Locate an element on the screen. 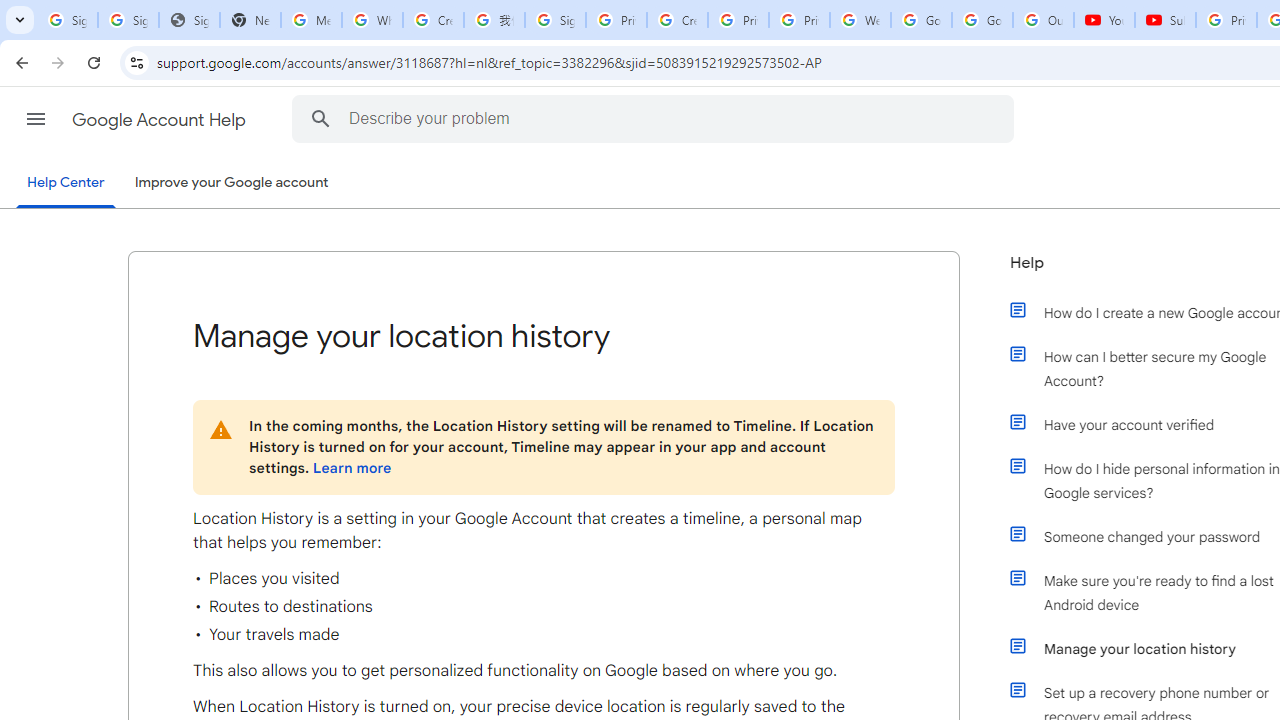 The height and width of the screenshot is (720, 1280). 'Learn more' is located at coordinates (352, 468).